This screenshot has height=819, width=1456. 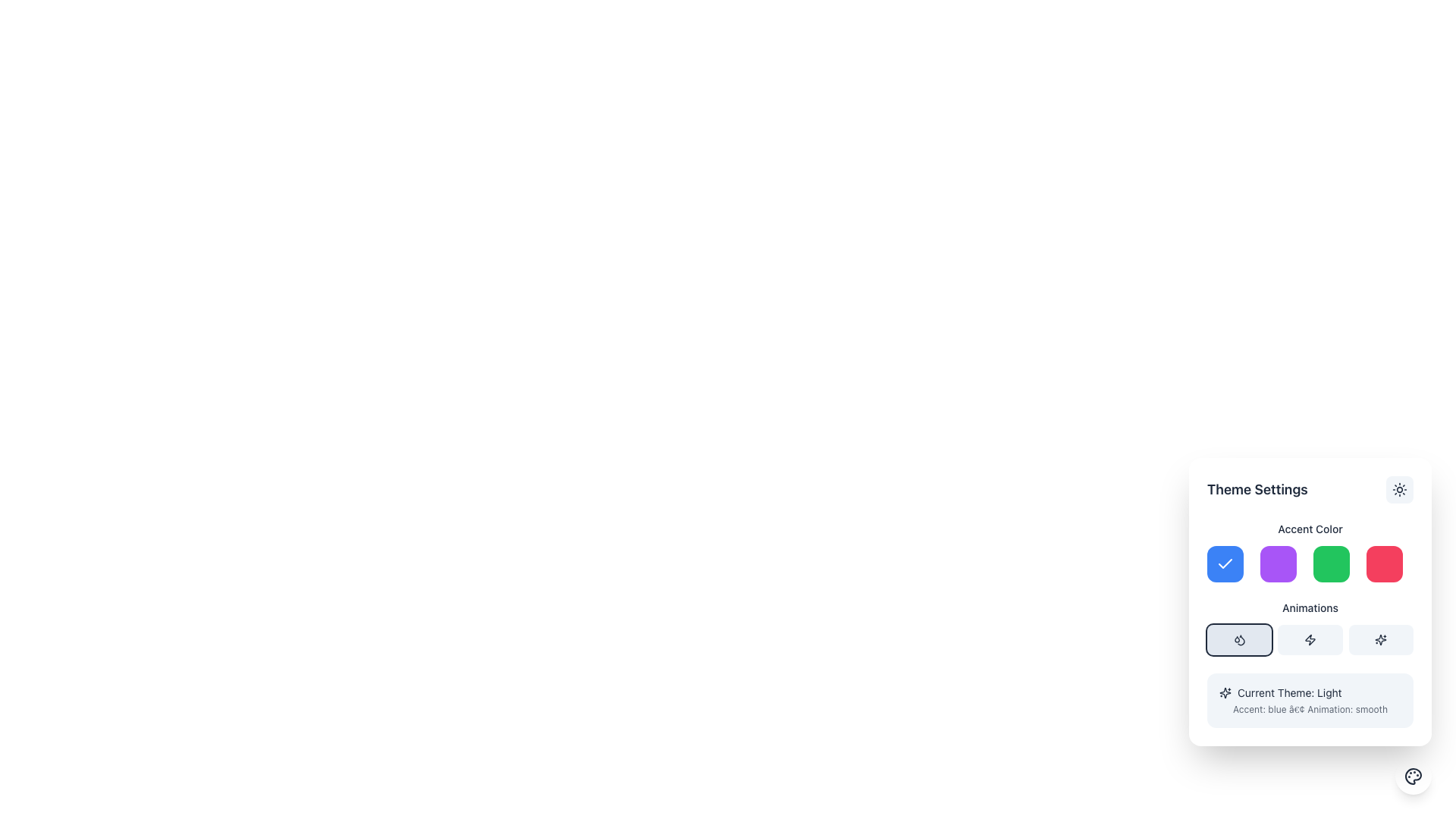 I want to click on the decorative SVG icon located in the 'Current Theme: Light' section at the bottom of the 'Theme Settings' card, so click(x=1225, y=693).